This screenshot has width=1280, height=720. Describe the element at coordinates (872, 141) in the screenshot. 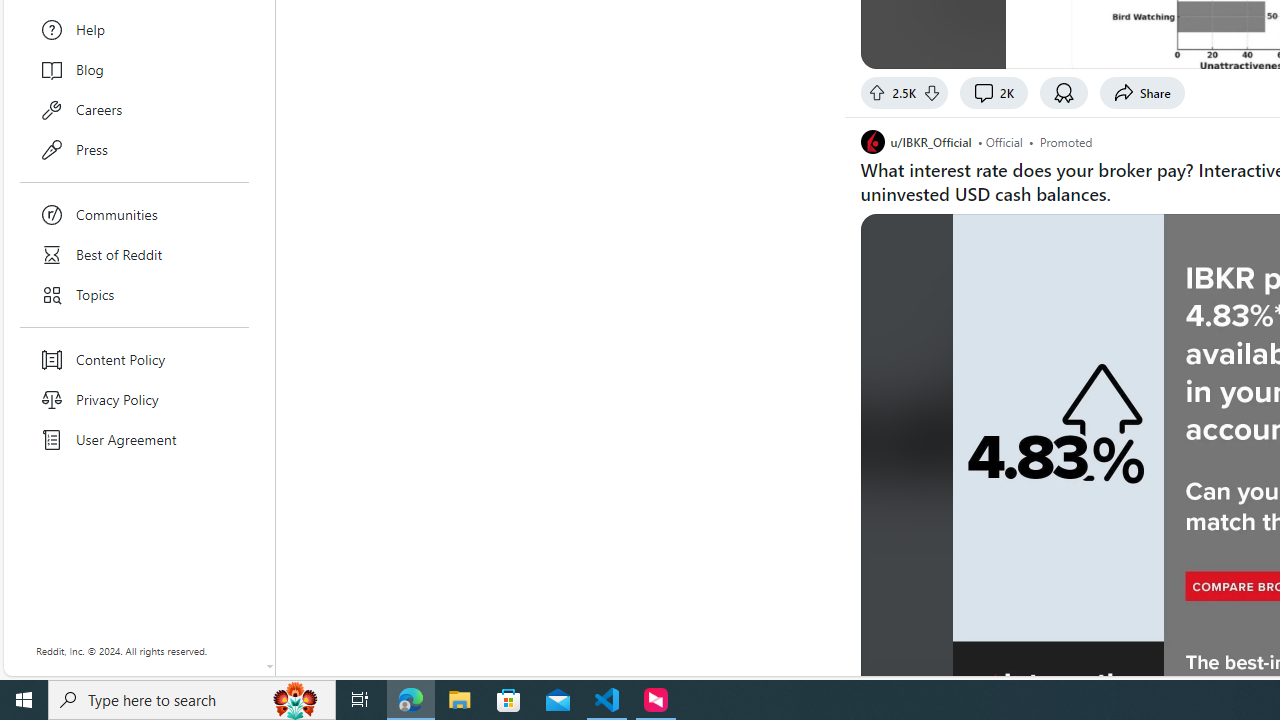

I see `'u/IBKR_Official avatar'` at that location.